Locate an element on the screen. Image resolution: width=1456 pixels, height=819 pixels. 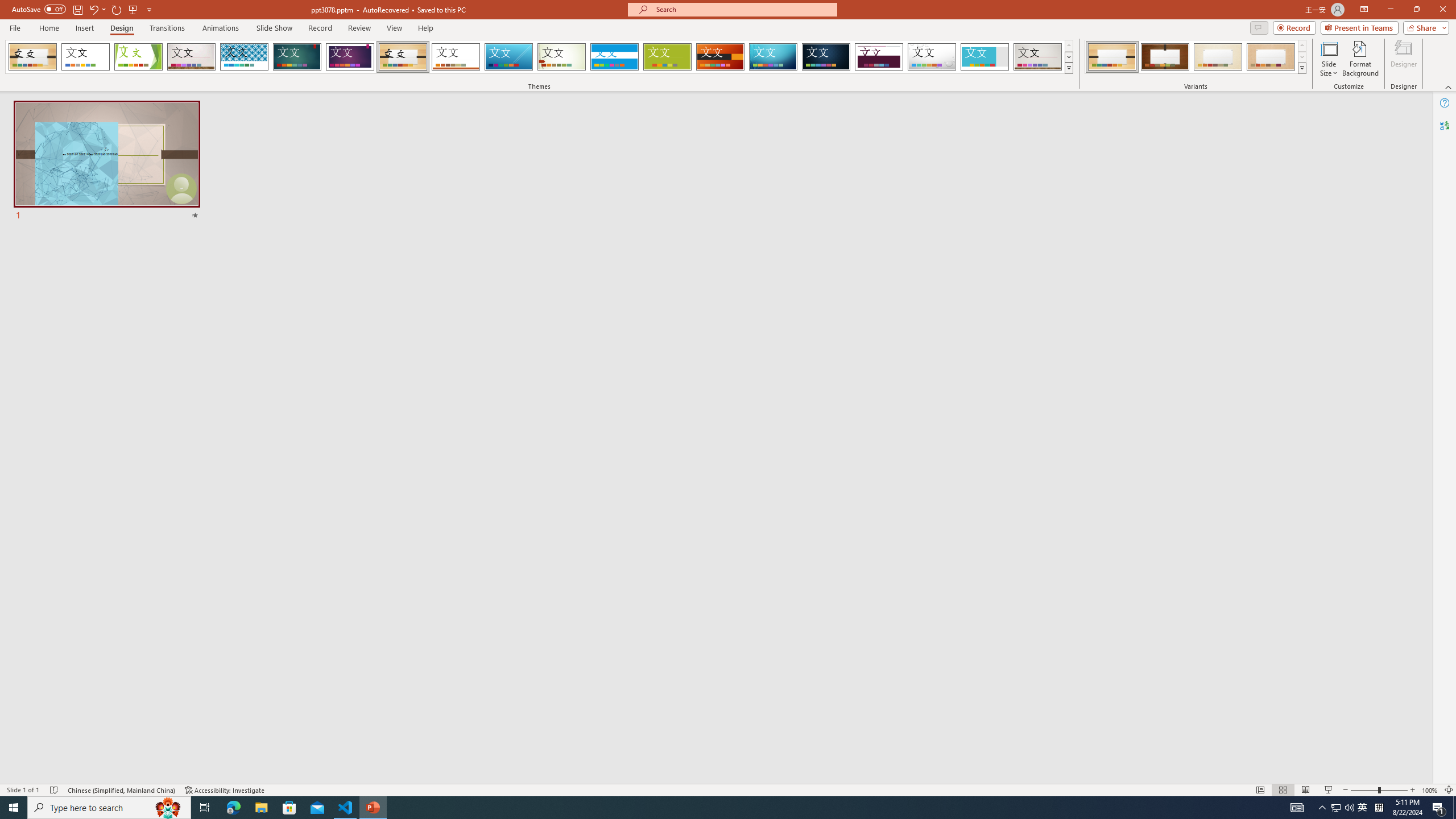
'Damask' is located at coordinates (825, 56).